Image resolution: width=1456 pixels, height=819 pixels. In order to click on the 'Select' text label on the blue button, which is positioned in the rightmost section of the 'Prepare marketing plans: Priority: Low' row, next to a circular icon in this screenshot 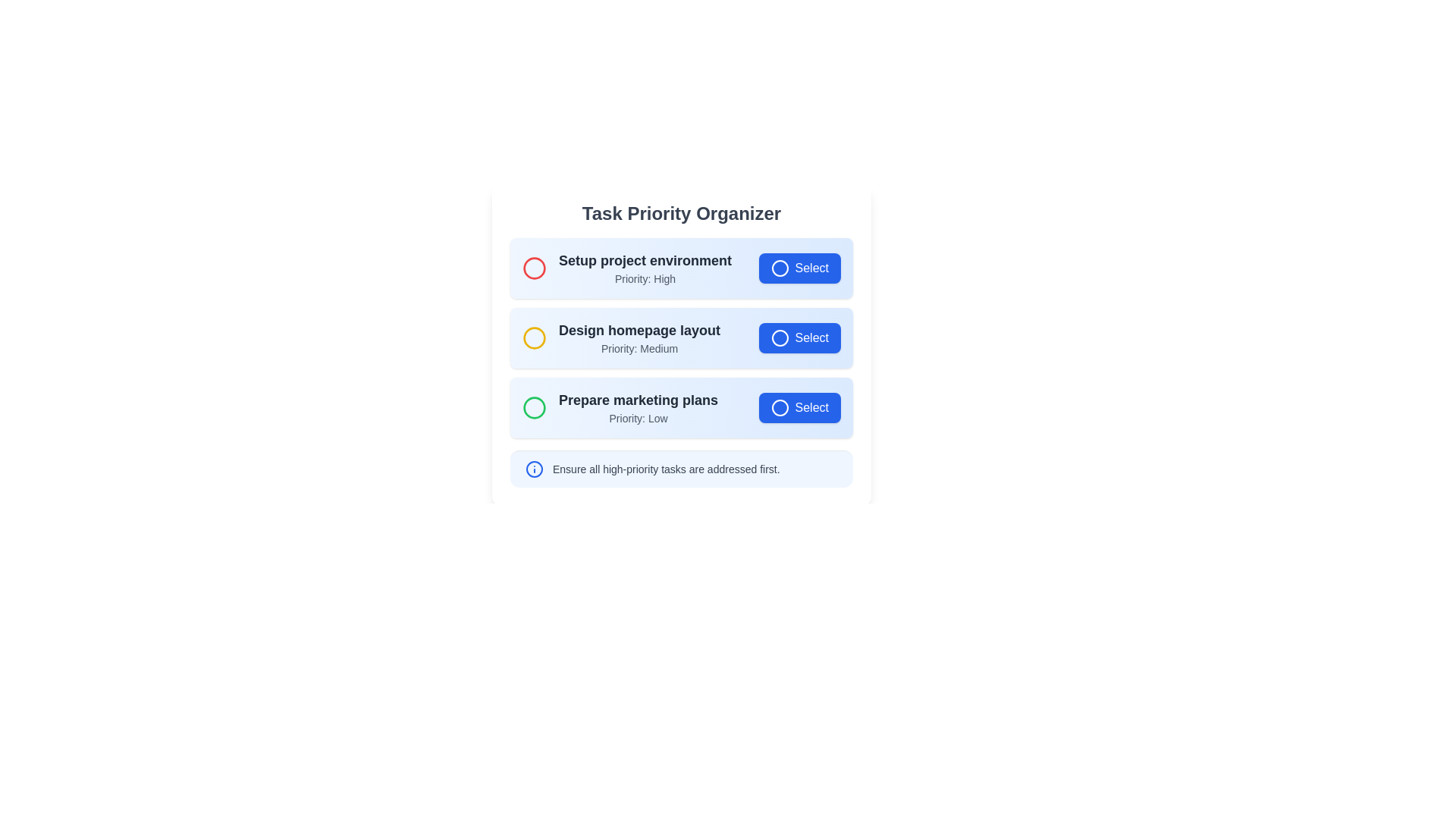, I will do `click(811, 406)`.